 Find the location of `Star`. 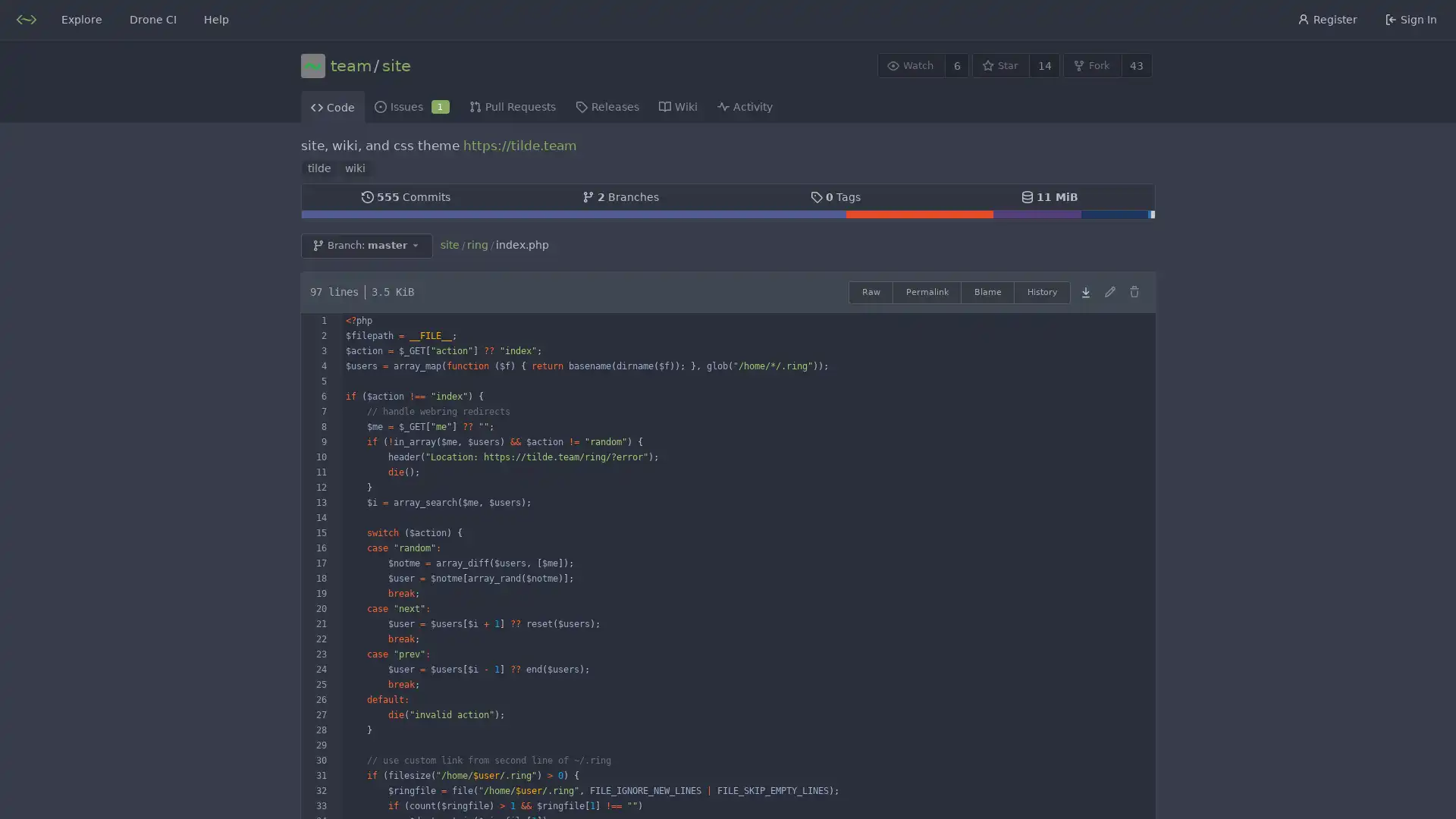

Star is located at coordinates (1000, 64).